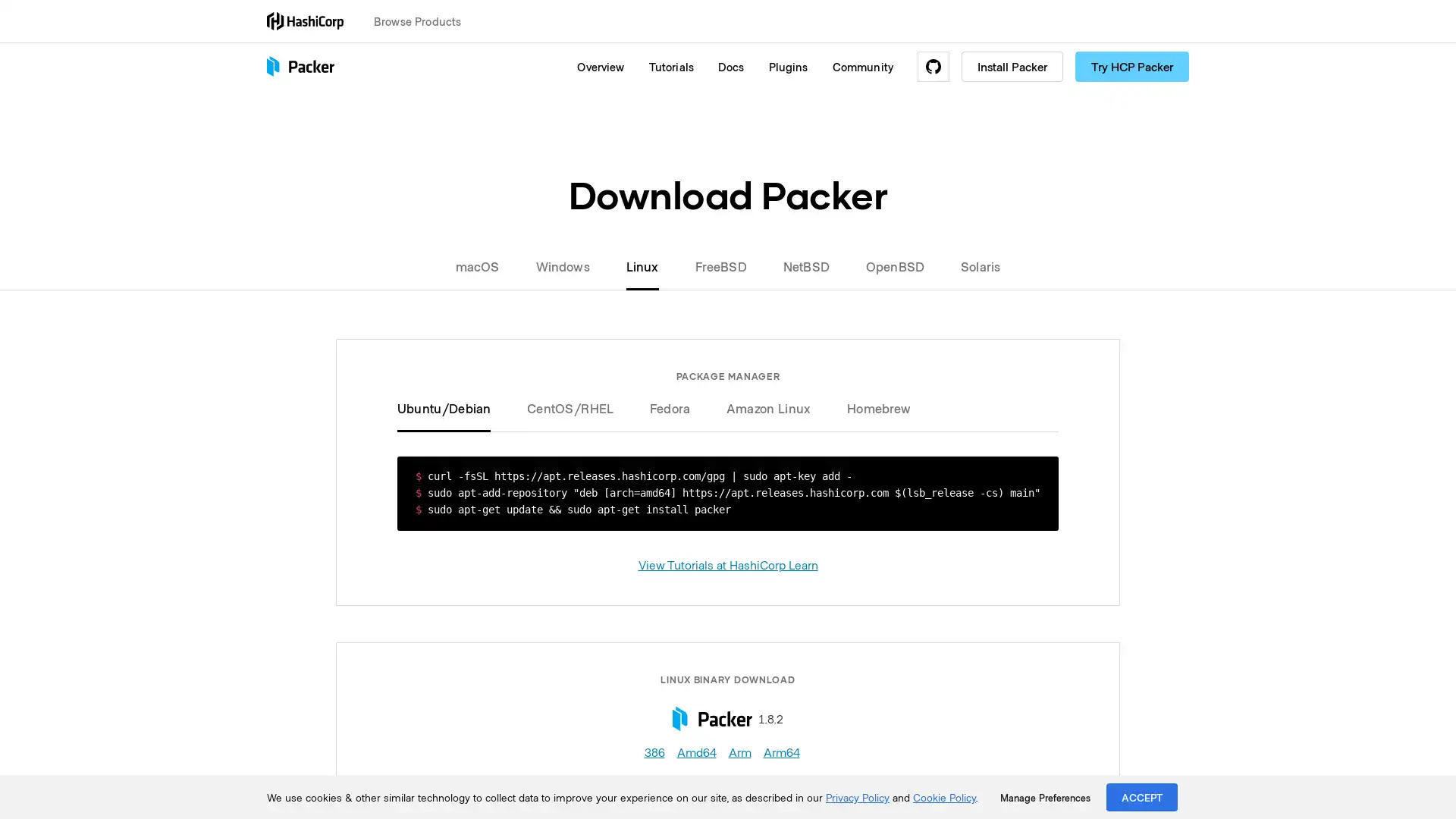 This screenshot has height=819, width=1456. Describe the element at coordinates (805, 265) in the screenshot. I see `NetBSD` at that location.